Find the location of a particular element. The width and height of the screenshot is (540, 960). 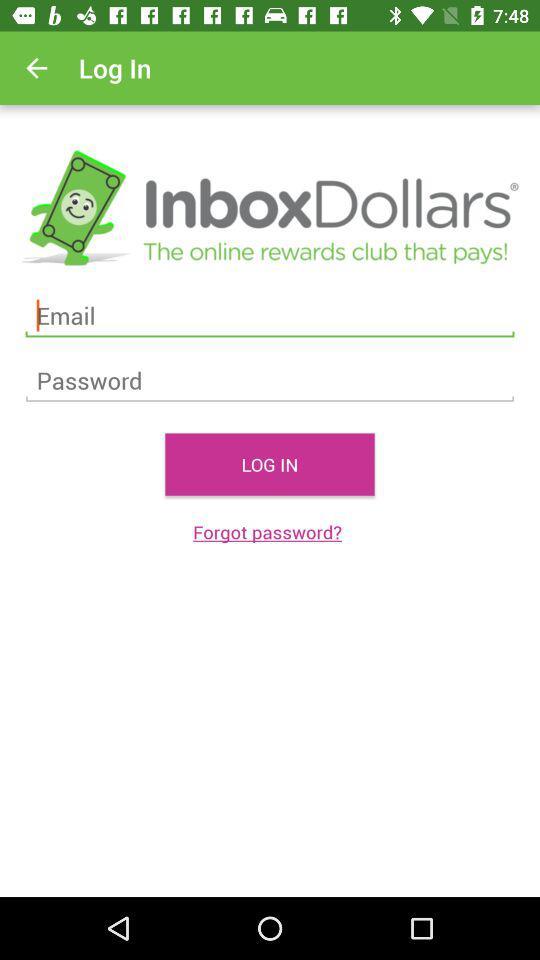

the forgot password?  icon is located at coordinates (269, 531).